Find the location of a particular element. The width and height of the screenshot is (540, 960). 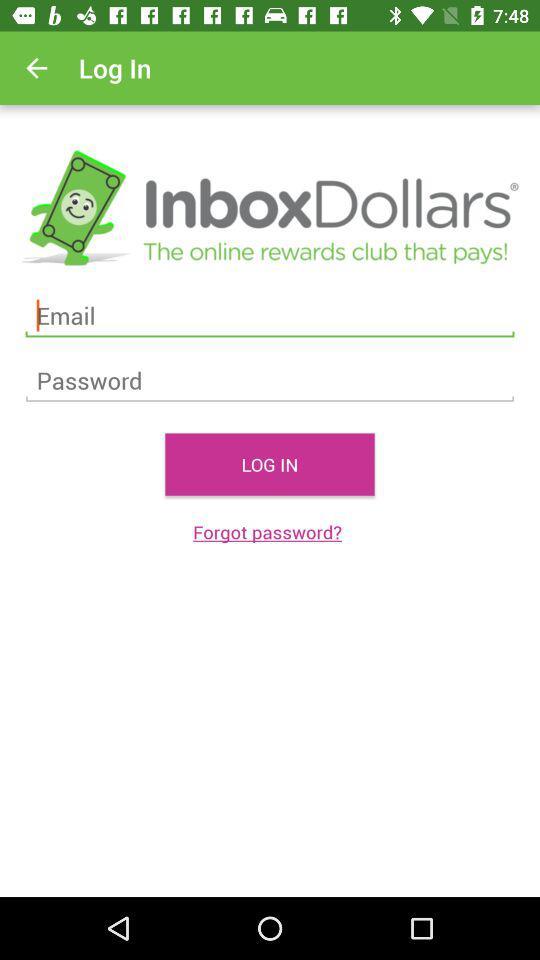

the forgot password?  icon is located at coordinates (269, 531).